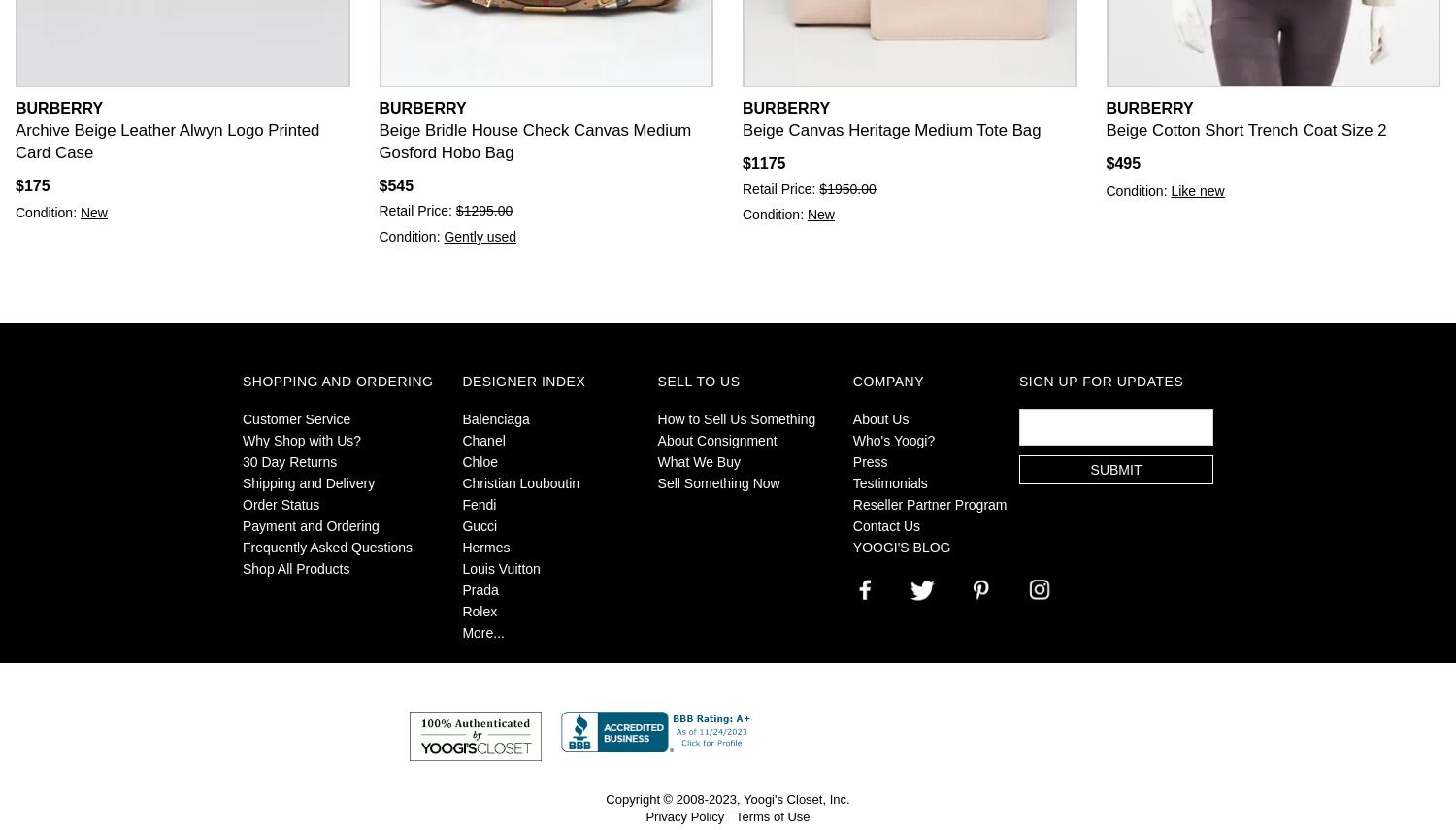 This screenshot has width=1456, height=830. I want to click on 'Contact Us', so click(886, 525).